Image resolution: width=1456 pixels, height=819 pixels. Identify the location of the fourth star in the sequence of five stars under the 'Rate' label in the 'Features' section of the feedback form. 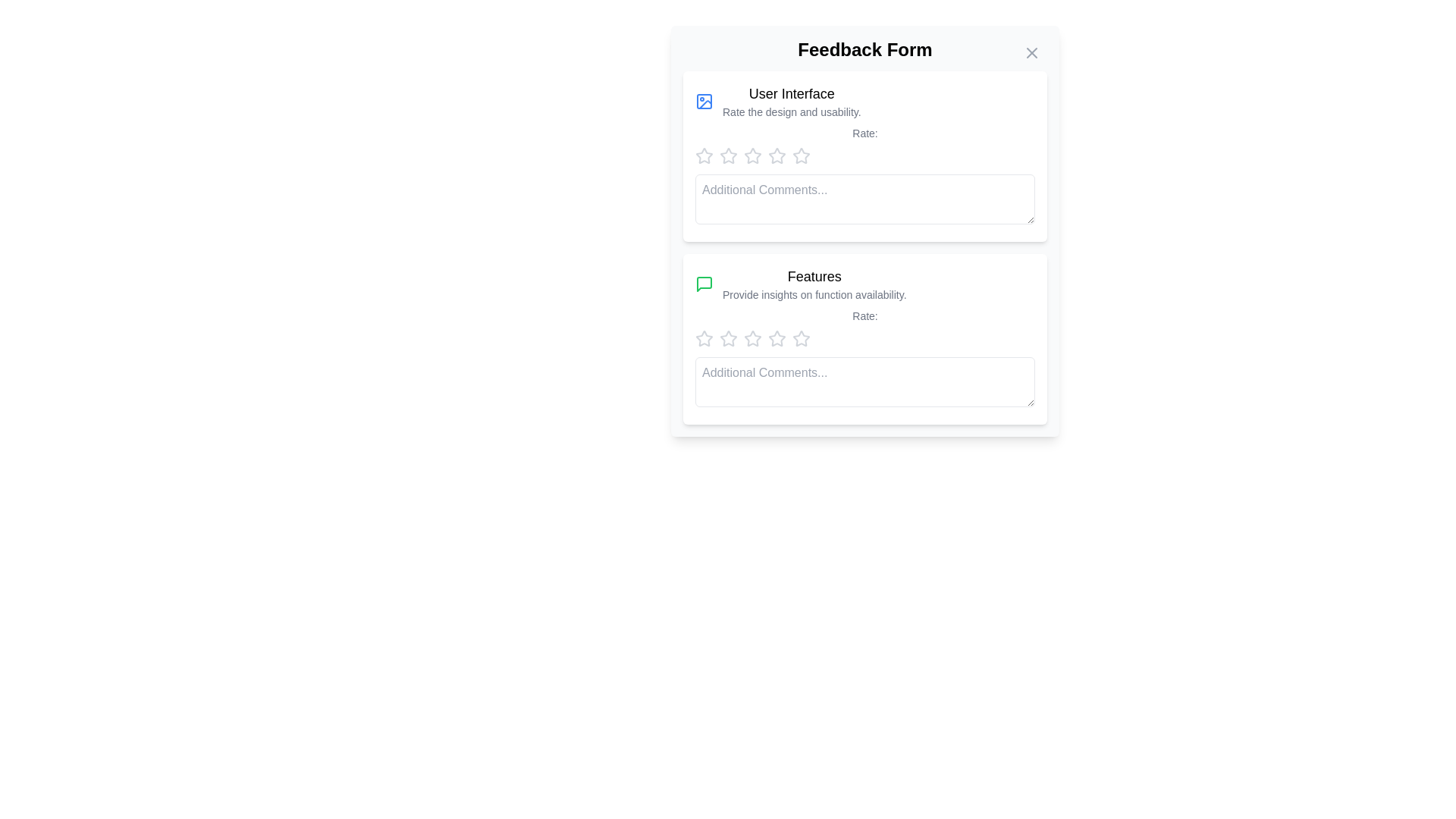
(800, 337).